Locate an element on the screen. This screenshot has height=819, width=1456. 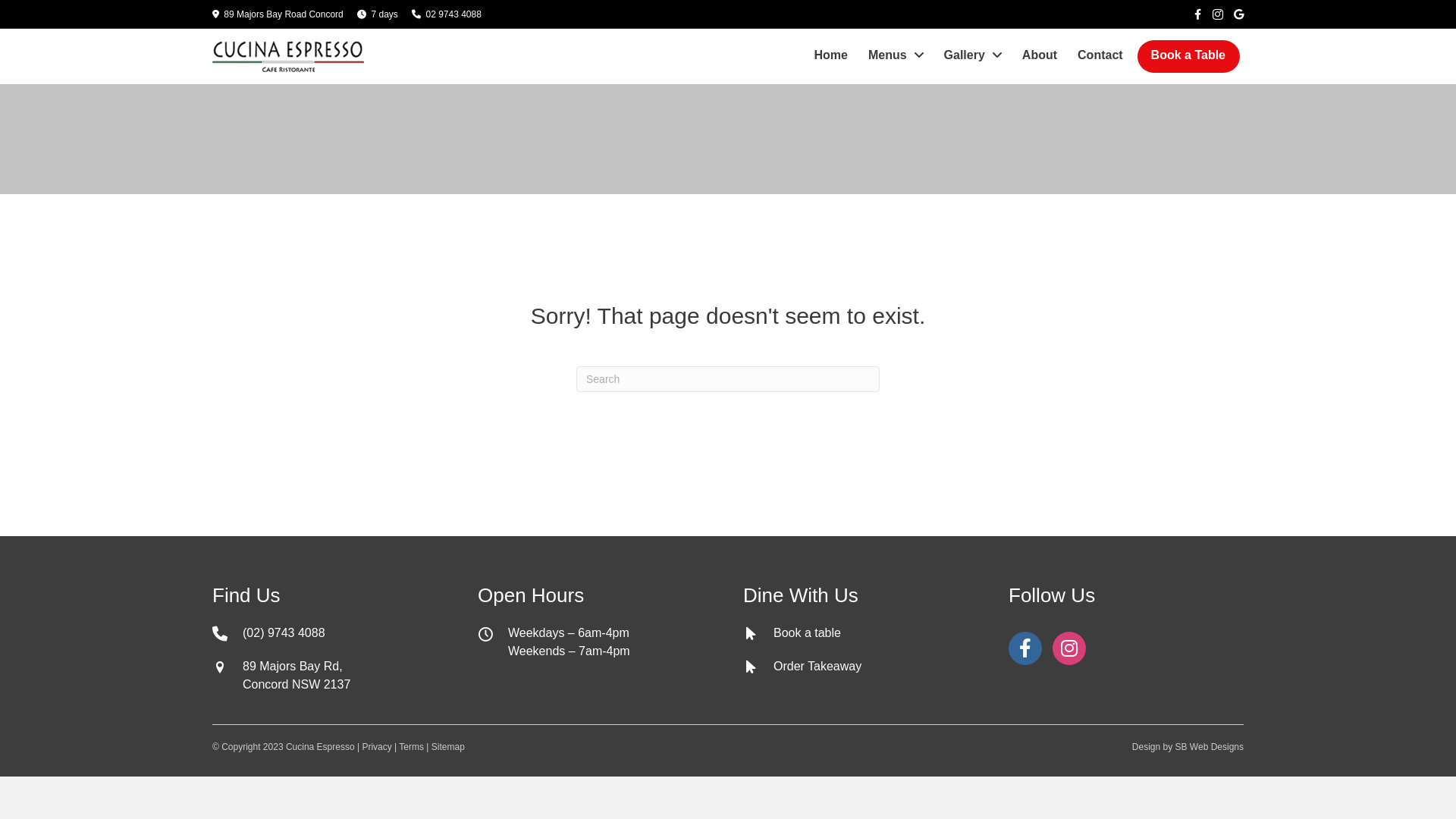
'Sitemap' is located at coordinates (447, 745).